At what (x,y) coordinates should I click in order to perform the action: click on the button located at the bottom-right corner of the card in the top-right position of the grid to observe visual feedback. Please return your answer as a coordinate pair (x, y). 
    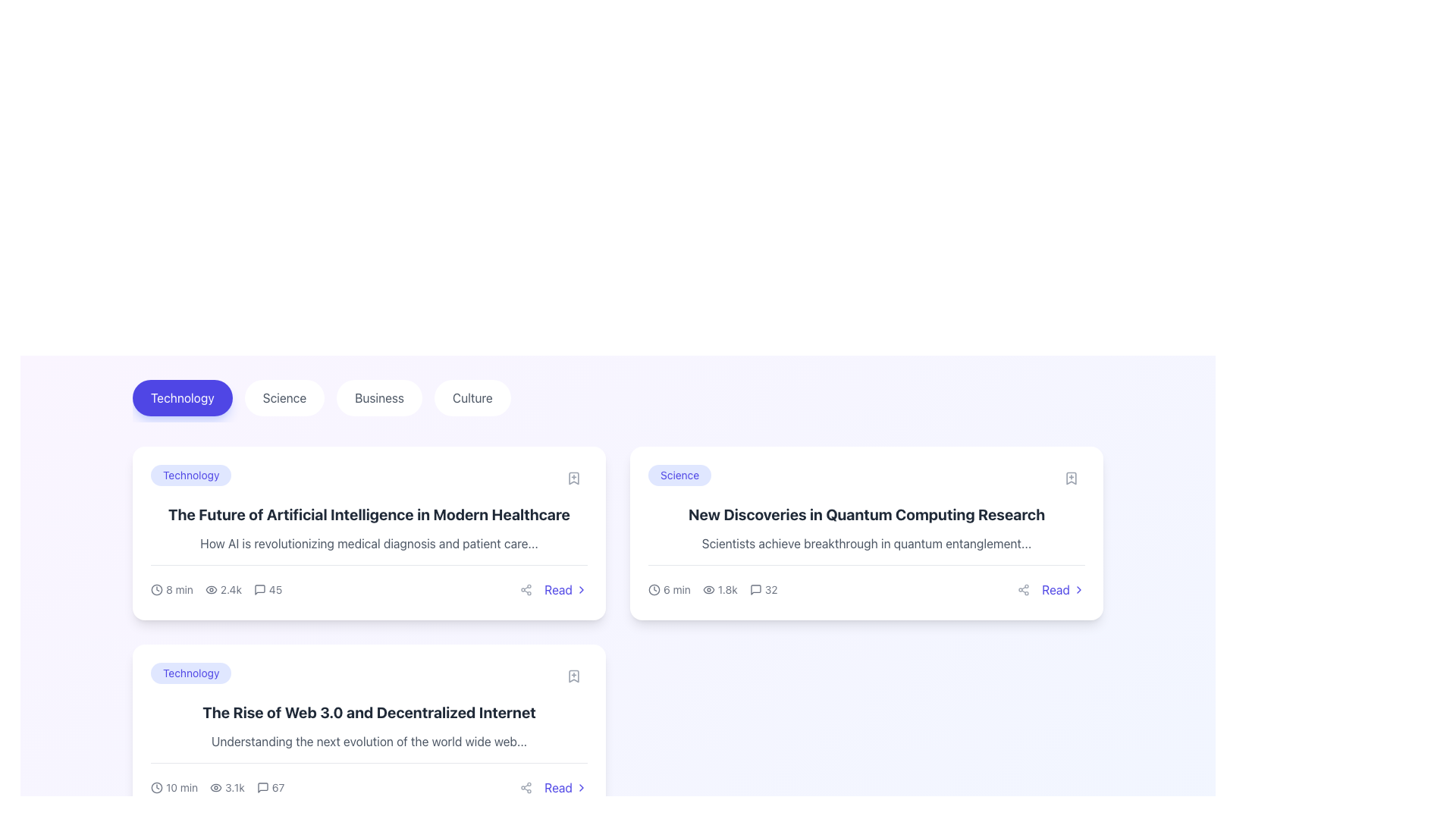
    Looking at the image, I should click on (1062, 589).